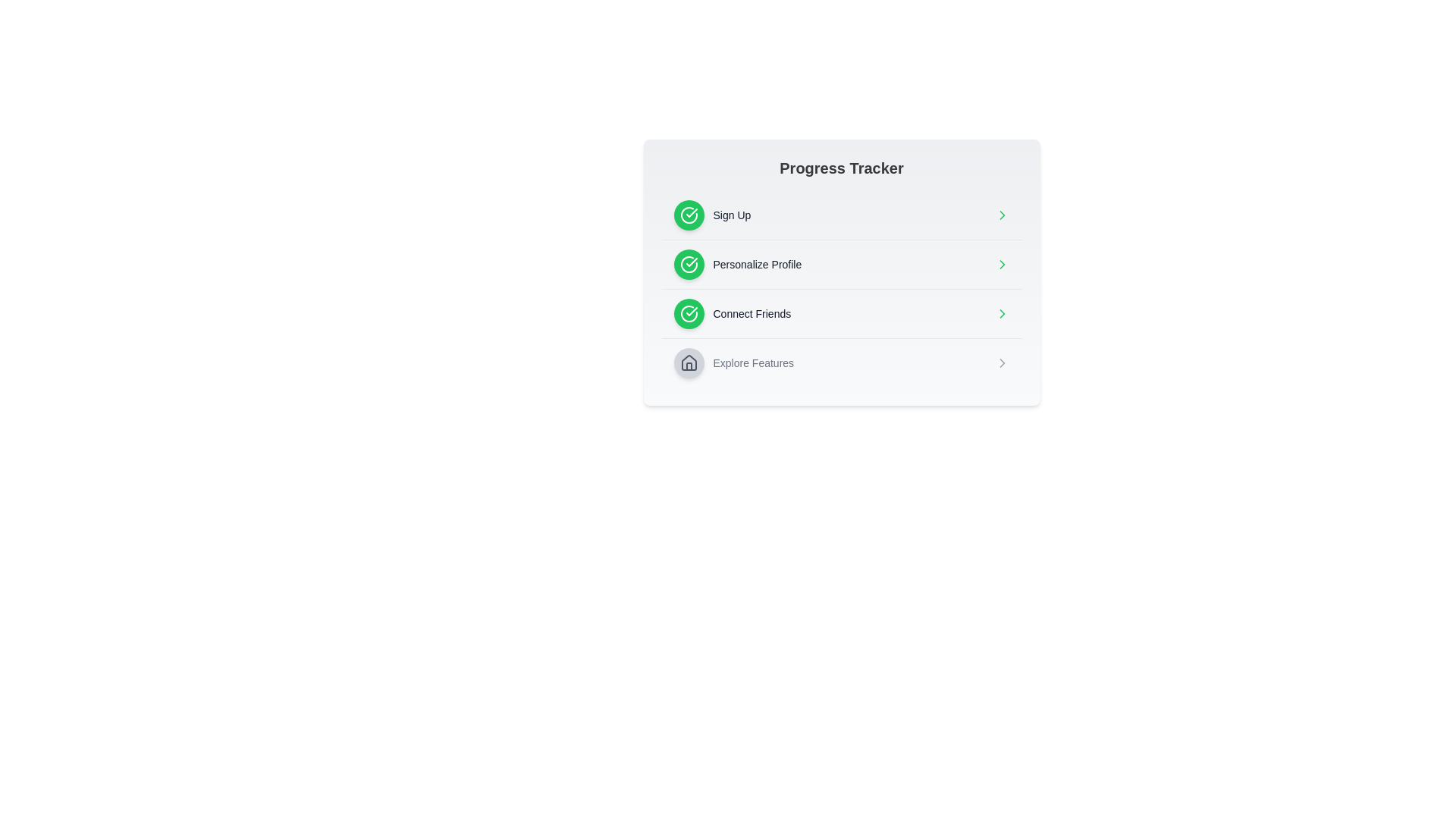  What do you see at coordinates (1002, 263) in the screenshot?
I see `the right-facing green stroke arrow icon located at the far right end of the 'Personalize Profile' row in the progress tracker interface` at bounding box center [1002, 263].